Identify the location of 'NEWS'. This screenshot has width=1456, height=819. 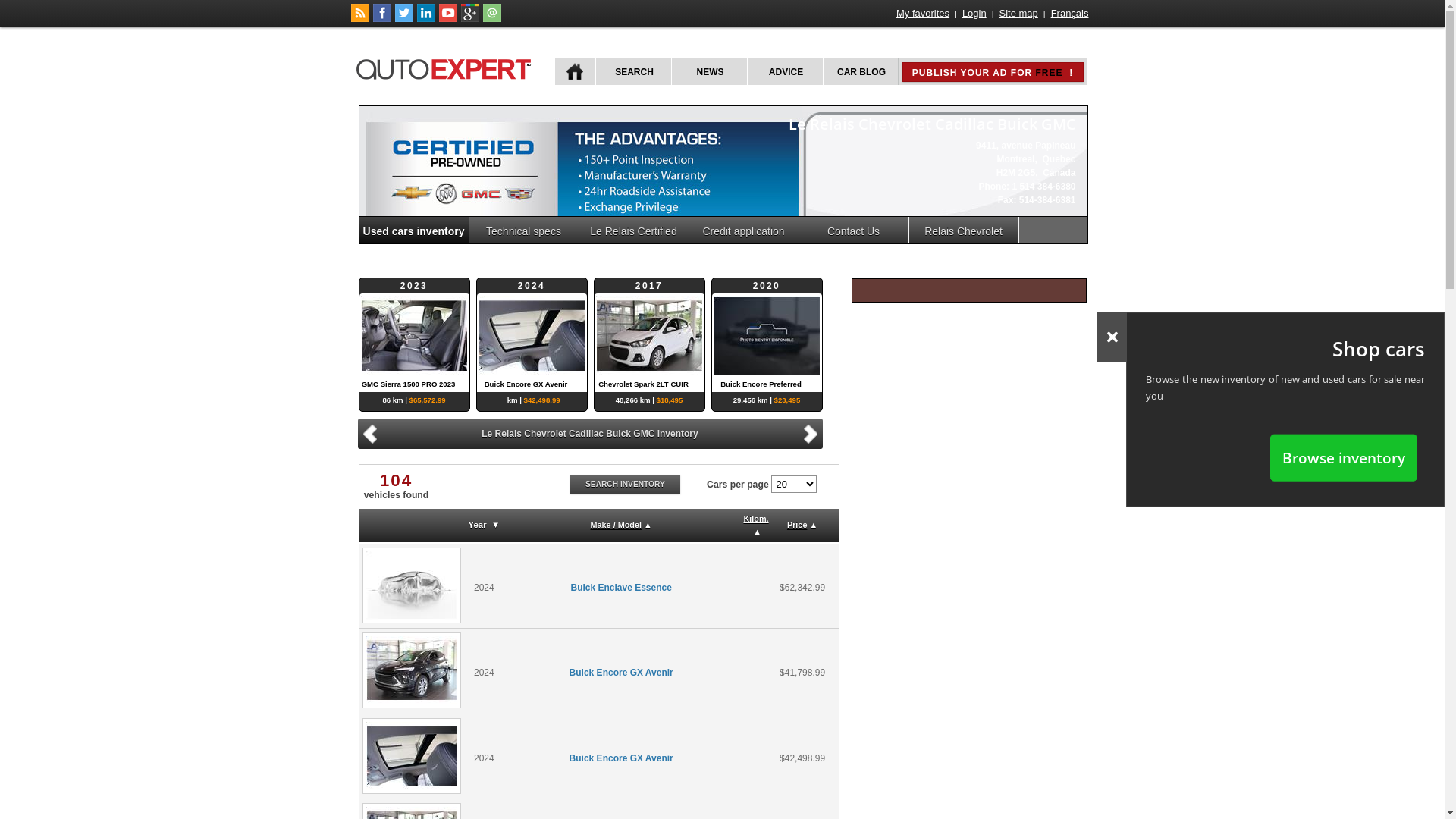
(708, 71).